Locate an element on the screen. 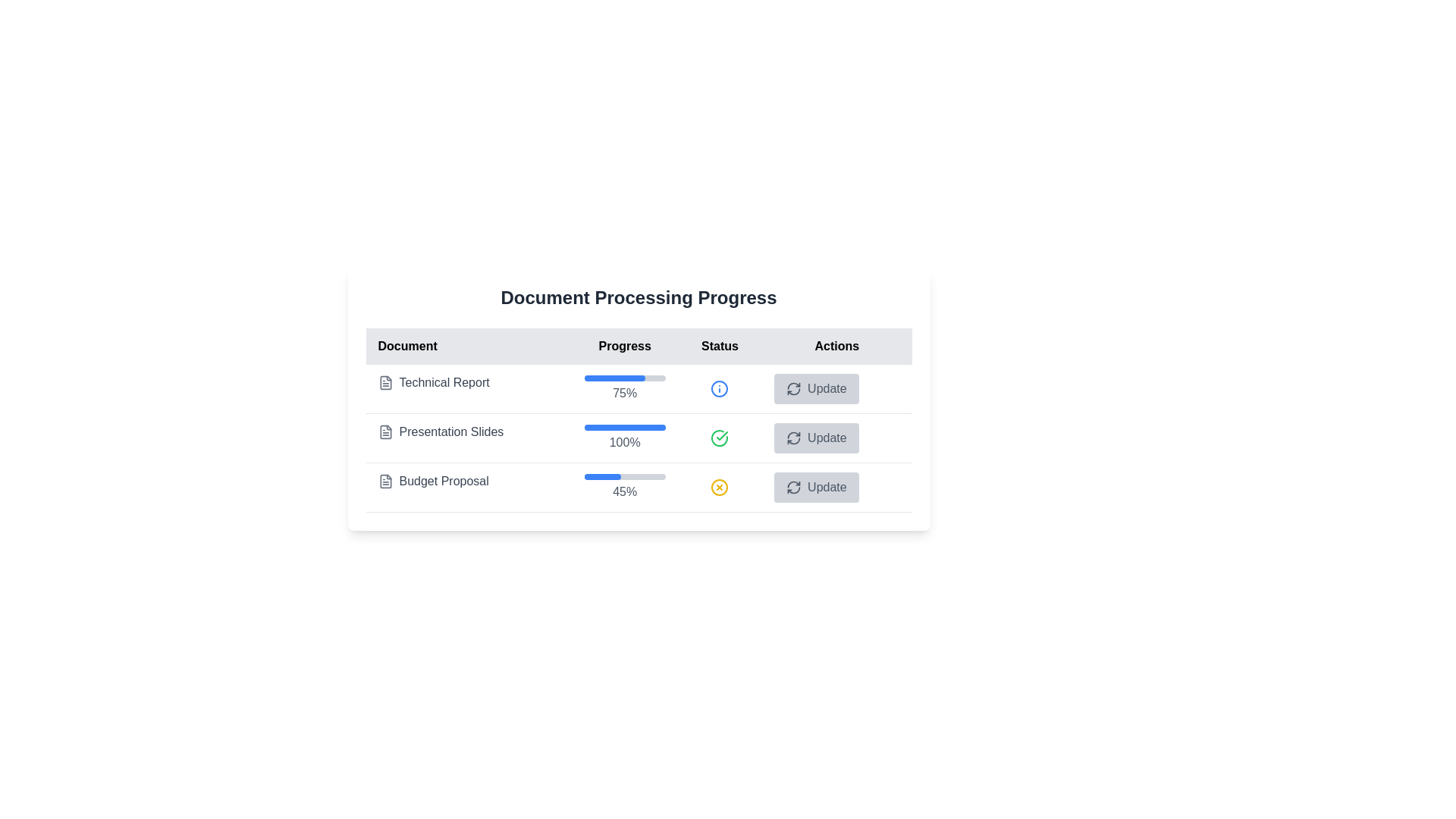  the SVG Circle in the 'Status' column of the first row corresponding to the 'Technical Report' entry in the table is located at coordinates (719, 388).